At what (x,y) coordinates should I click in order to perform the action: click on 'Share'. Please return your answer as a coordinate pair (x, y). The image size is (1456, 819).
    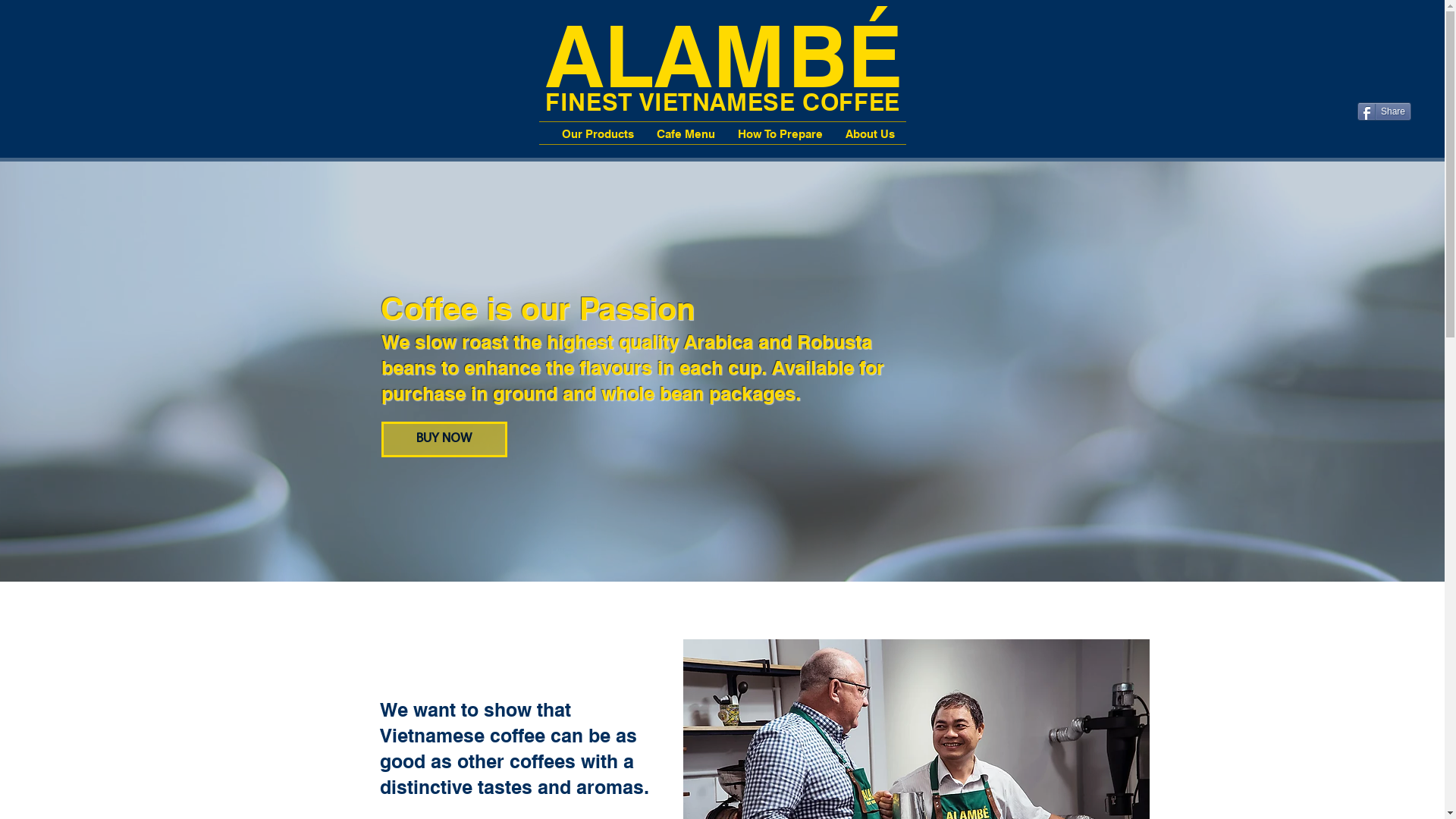
    Looking at the image, I should click on (1384, 110).